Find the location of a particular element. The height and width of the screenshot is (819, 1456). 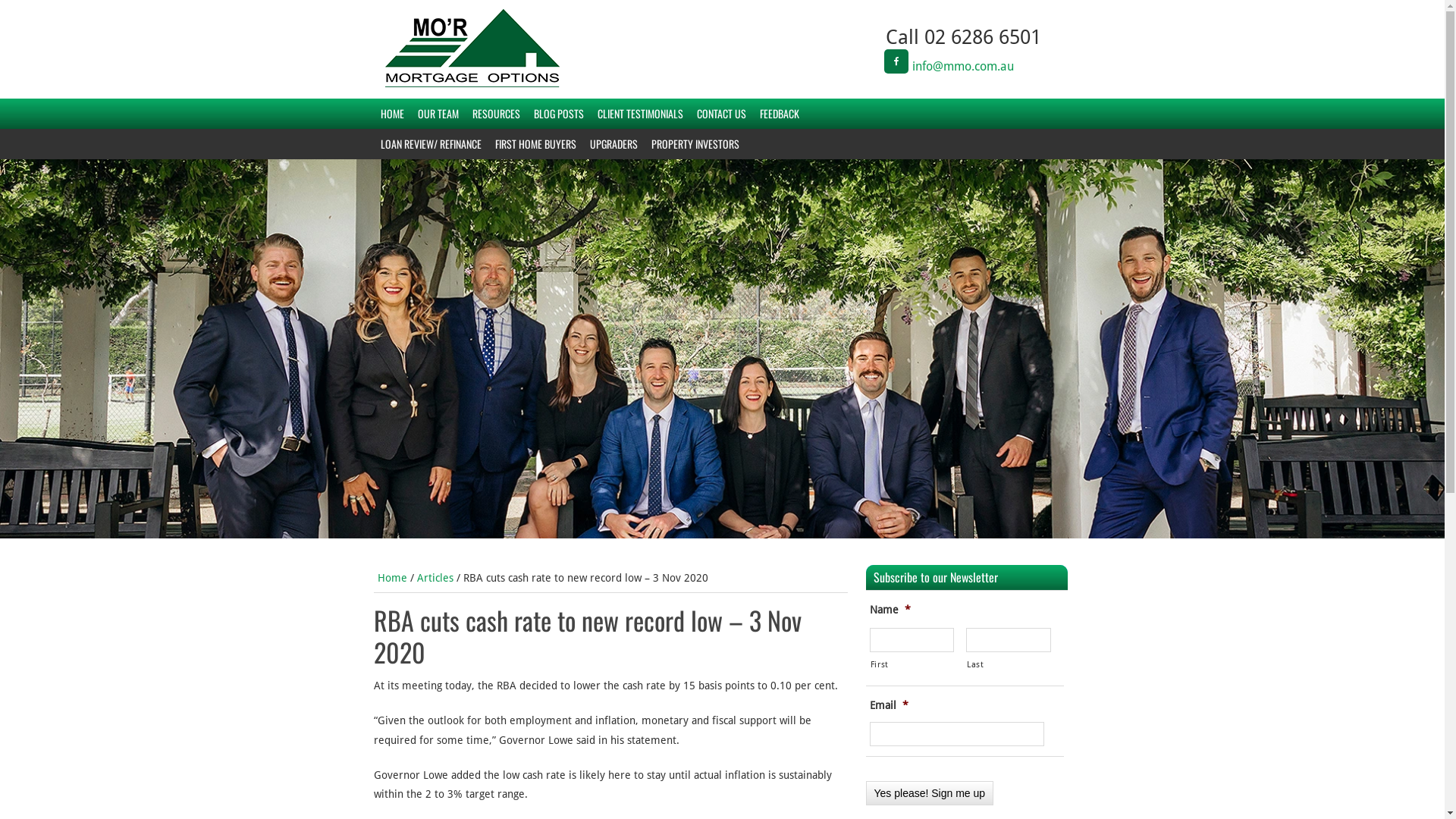

'MO'R MORTGAGE OPTIONS' is located at coordinates (513, 27).